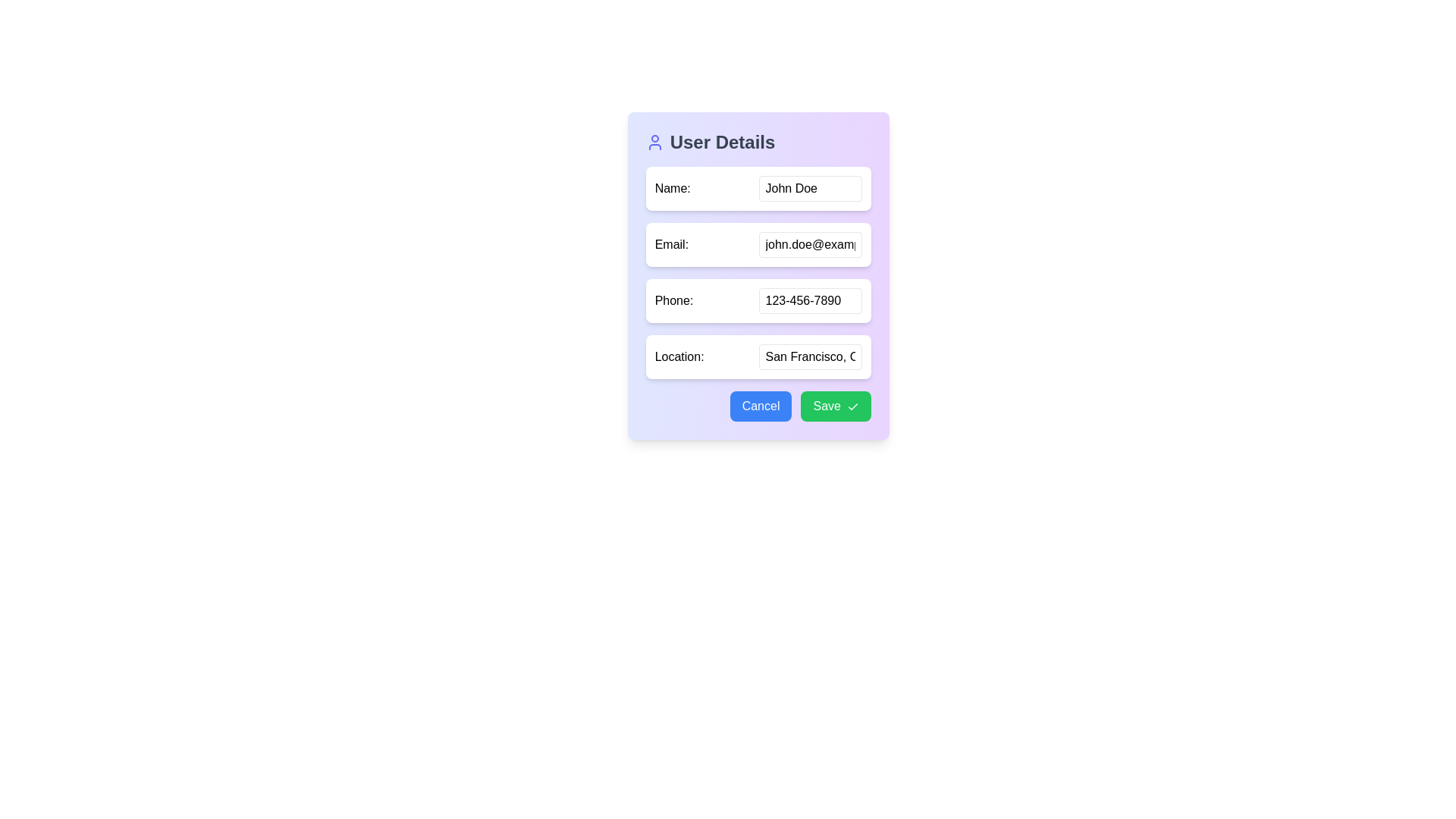 Image resolution: width=1456 pixels, height=819 pixels. What do you see at coordinates (809, 301) in the screenshot?
I see `the text input field for the phone number, which is styled with rounded corners and contains the placeholder text '123-456-7890', located directly to the right of the label 'Phone:'` at bounding box center [809, 301].